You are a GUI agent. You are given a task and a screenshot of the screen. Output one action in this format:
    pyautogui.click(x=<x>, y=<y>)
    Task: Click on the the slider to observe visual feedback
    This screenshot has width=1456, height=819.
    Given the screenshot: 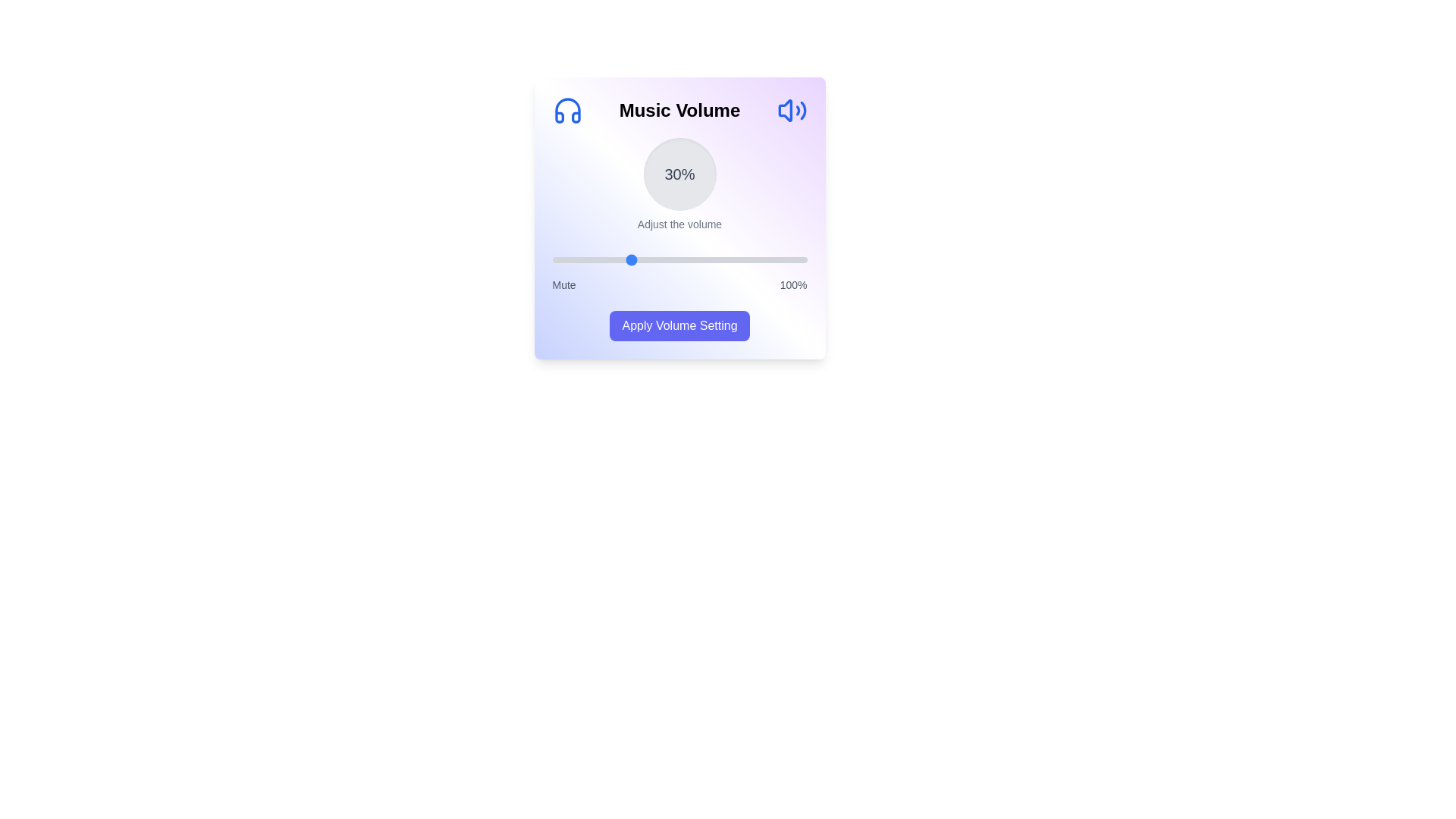 What is the action you would take?
    pyautogui.click(x=679, y=259)
    